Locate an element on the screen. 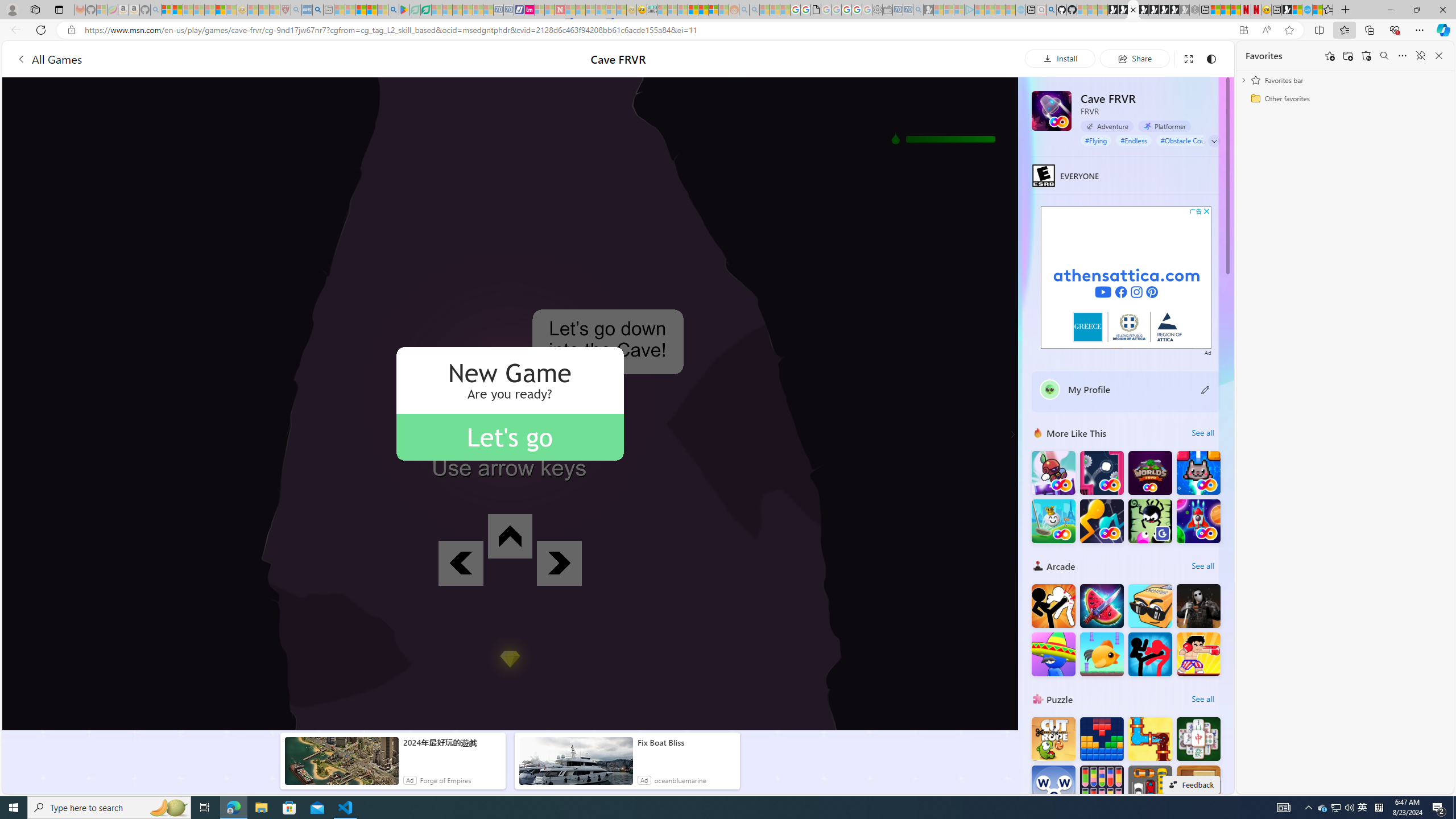 The height and width of the screenshot is (819, 1456). 'Search favorites' is located at coordinates (1384, 55).